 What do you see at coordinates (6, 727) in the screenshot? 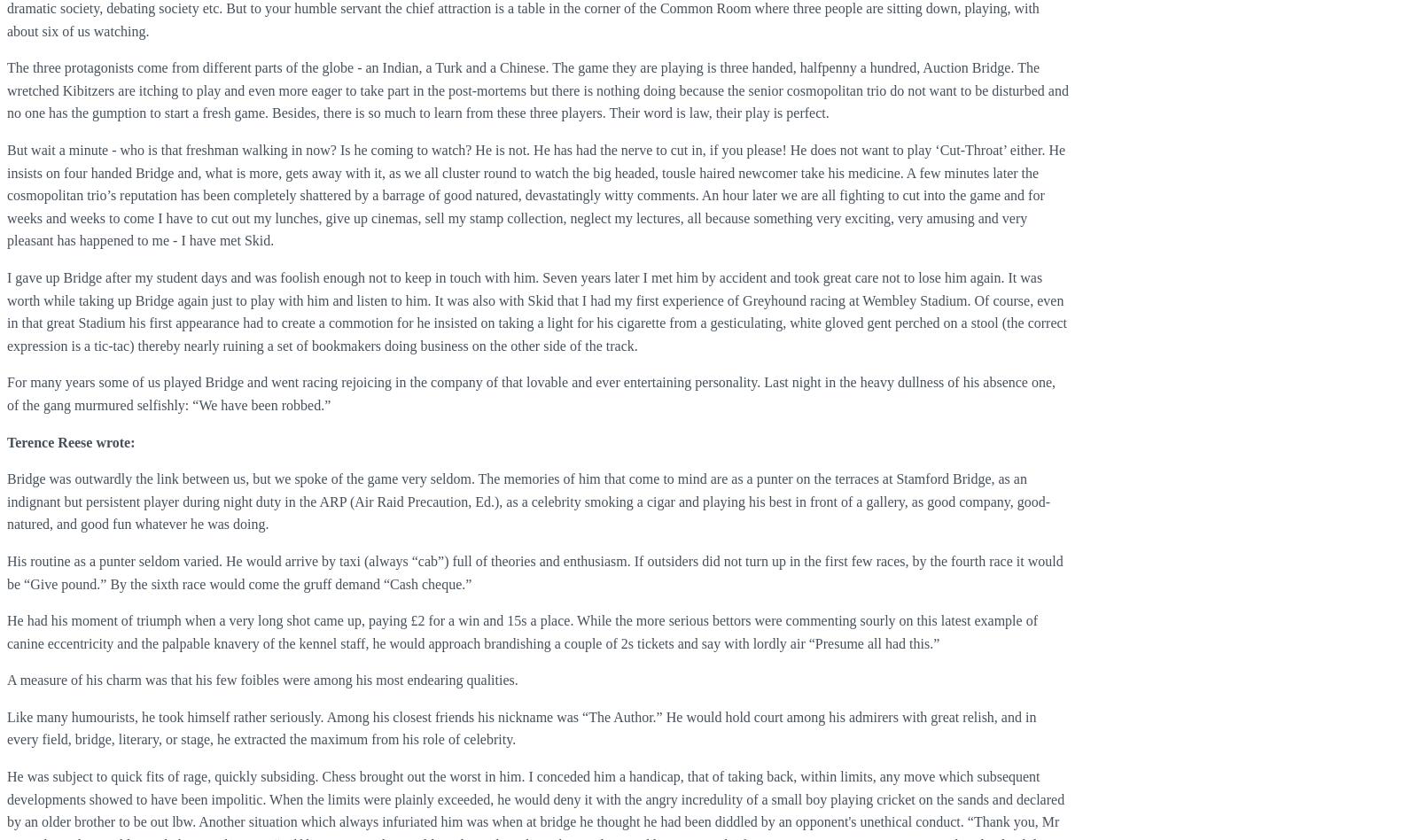
I see `'Like many humourists, he took himself rather seriously.  Among his closest friends his nickname was “The Author.”  He would hold court among his admirers with great relish, and in every field, bridge, literary, or stage, he extracted the maximum from his role of celebrity.'` at bounding box center [6, 727].